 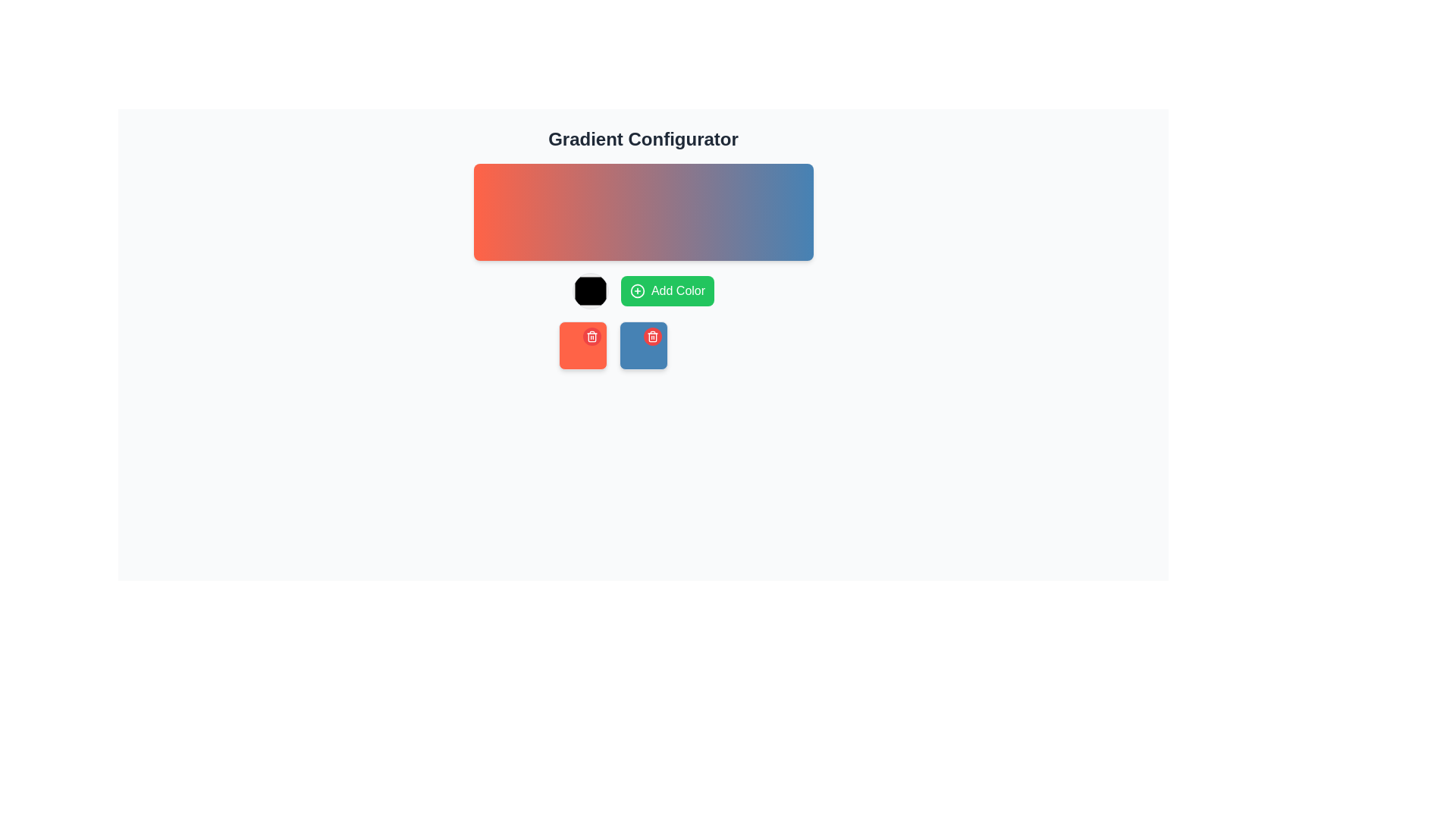 I want to click on the trash bin icon within the red circular button, so click(x=591, y=335).